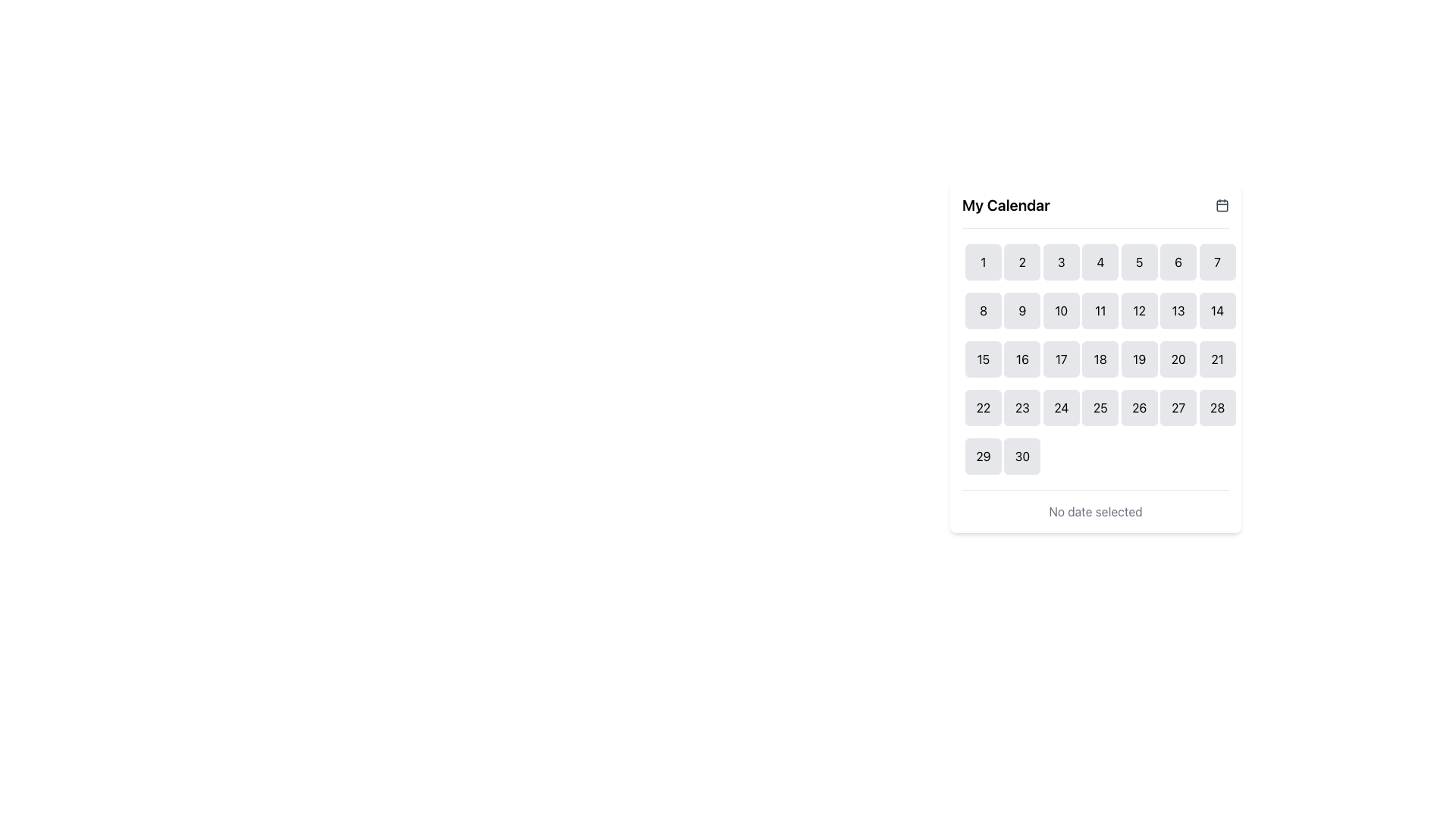 This screenshot has height=819, width=1456. I want to click on a date cell in the Date Grid of the 'My Calendar' widget, so click(1095, 359).